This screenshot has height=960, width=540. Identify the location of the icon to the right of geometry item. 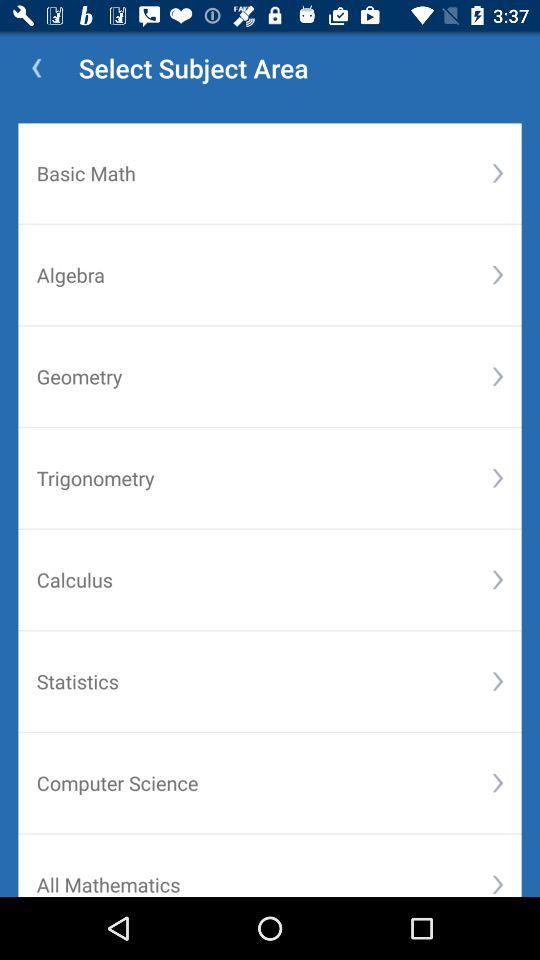
(496, 375).